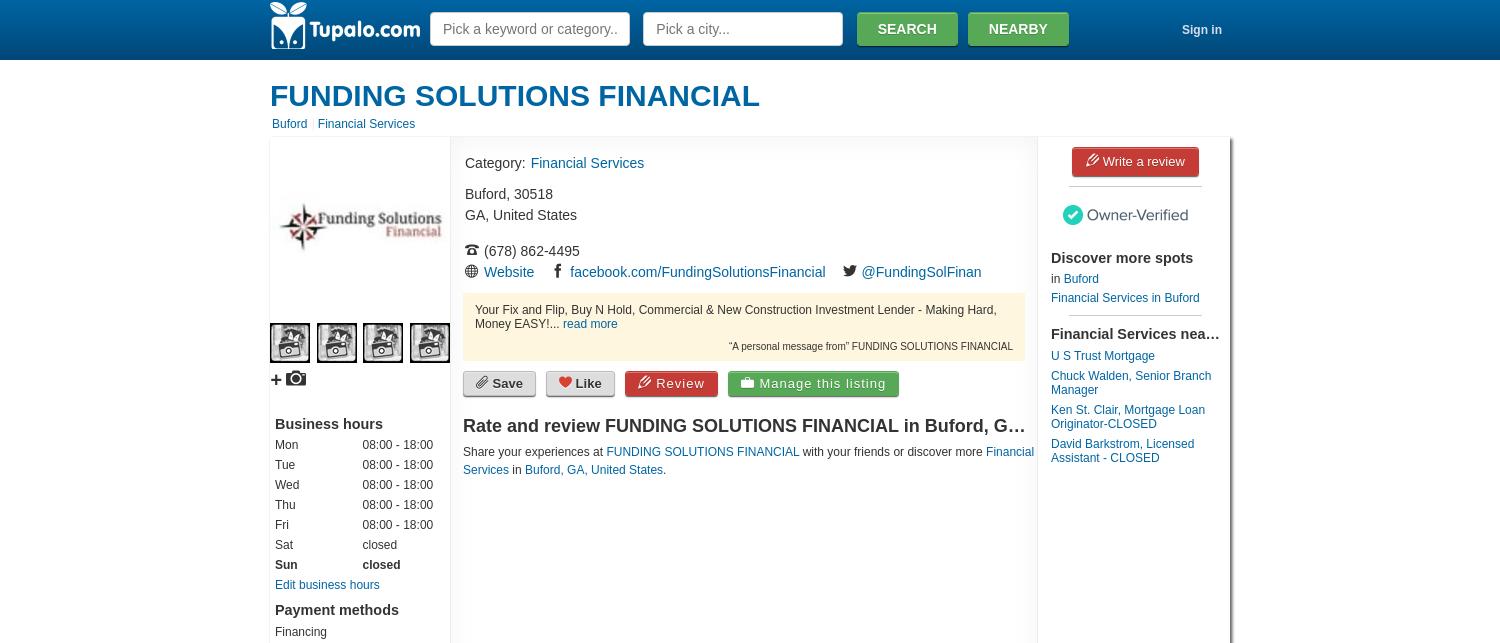 This screenshot has width=1500, height=643. Describe the element at coordinates (286, 444) in the screenshot. I see `'Mon'` at that location.